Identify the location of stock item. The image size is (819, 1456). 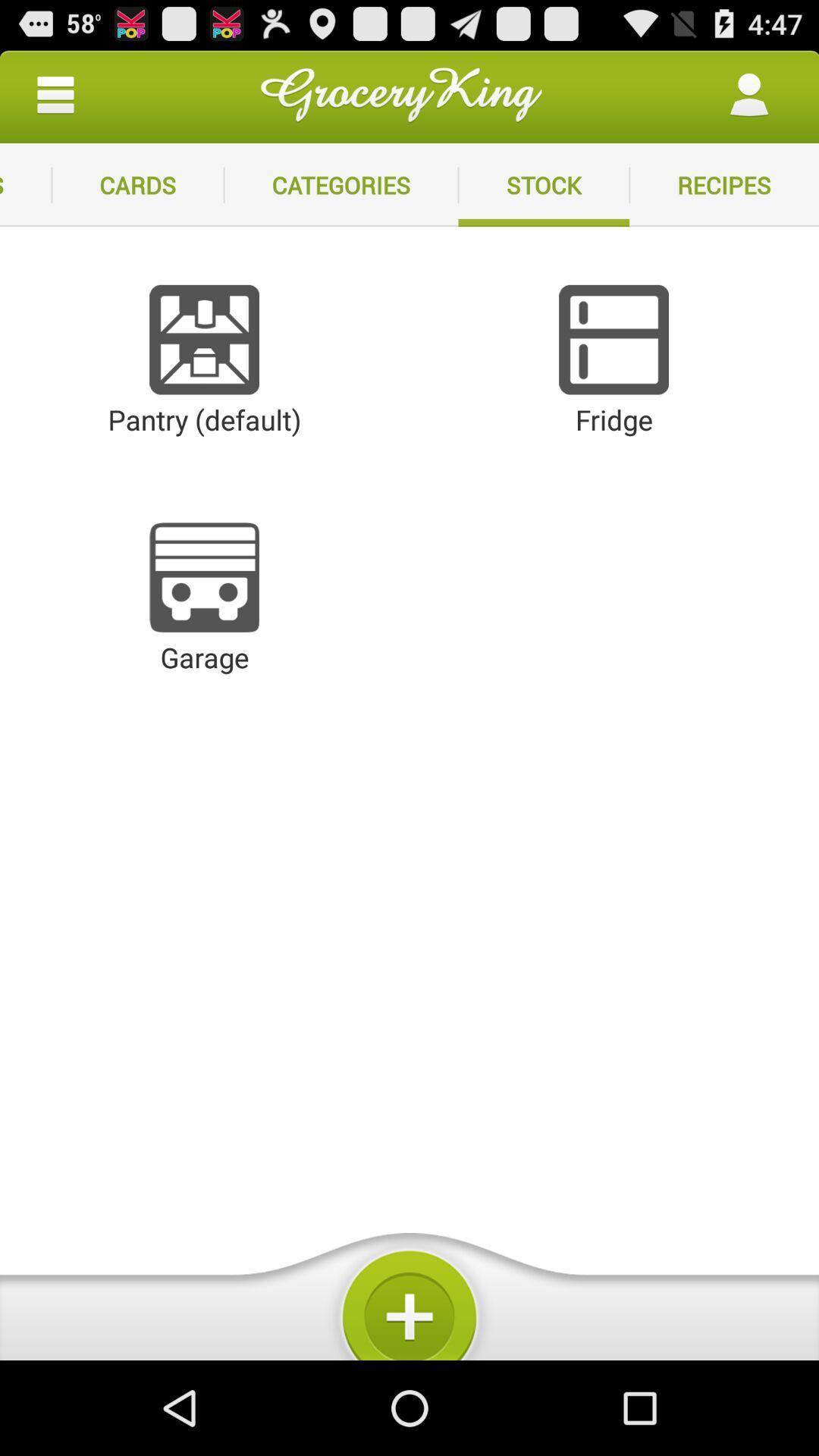
(543, 184).